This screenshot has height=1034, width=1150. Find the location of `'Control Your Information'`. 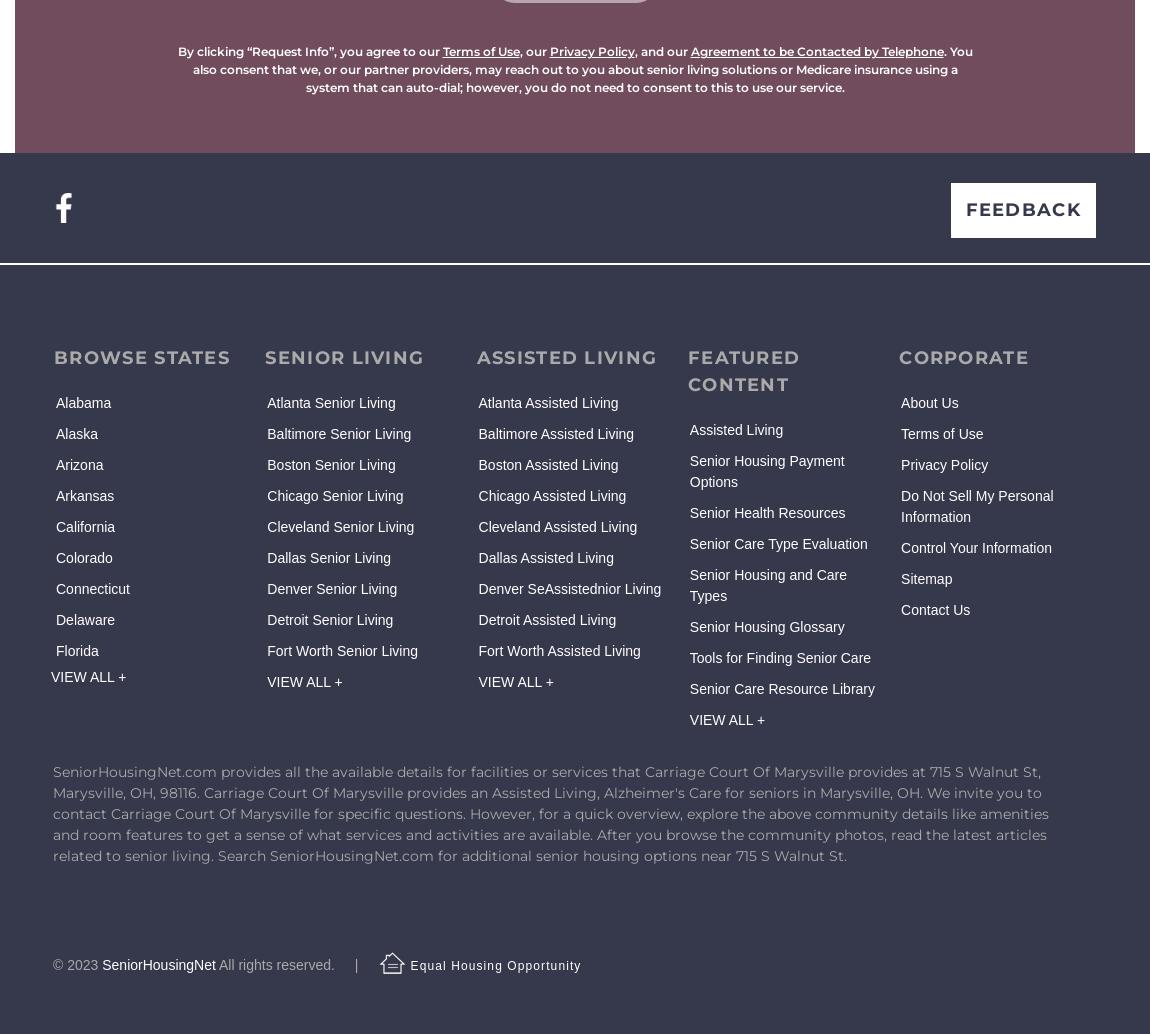

'Control Your Information' is located at coordinates (976, 548).